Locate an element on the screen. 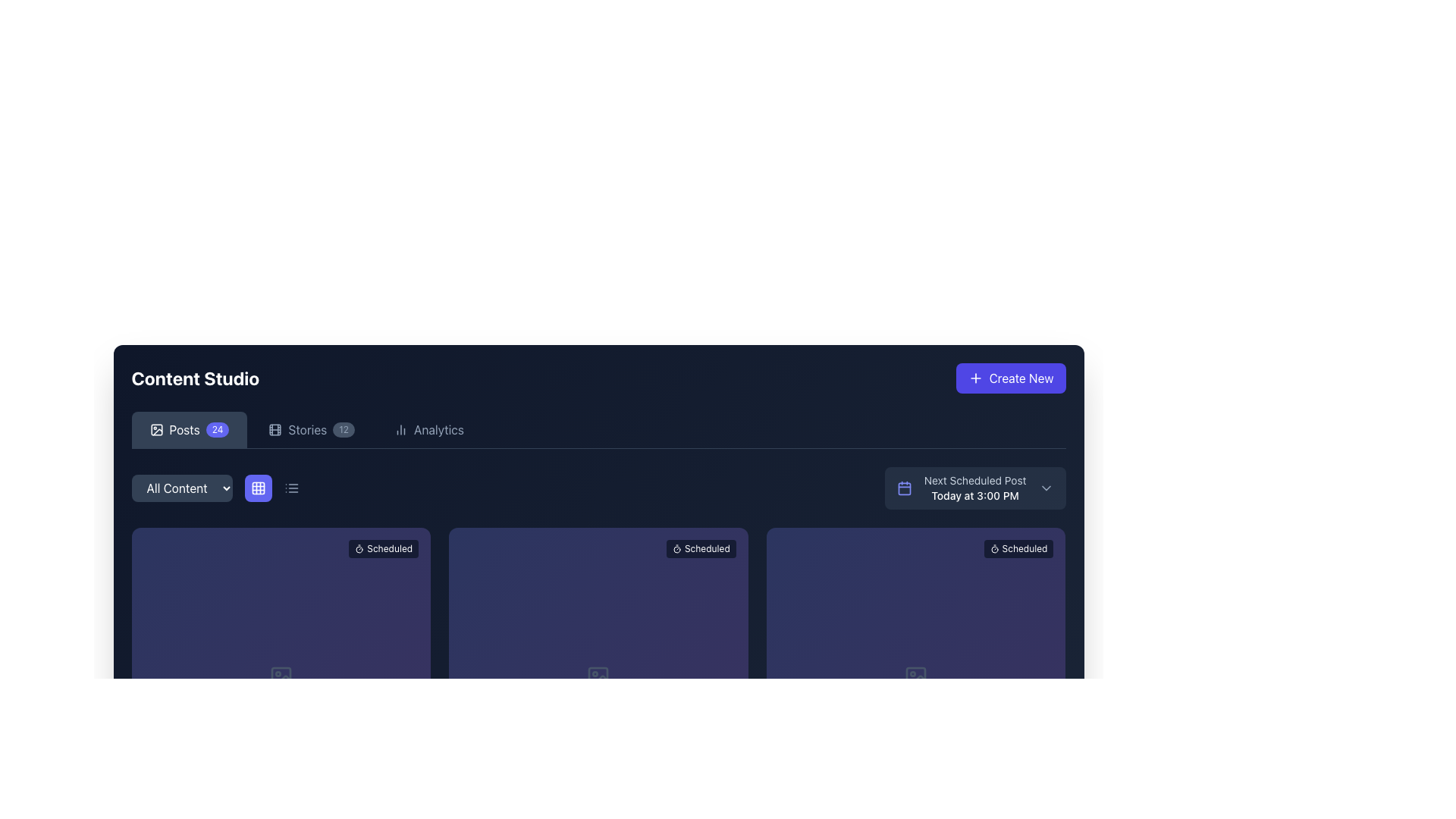 This screenshot has width=1456, height=819. the top-left square of the grid layout option in the header area, which allows toggling the view for content in grid format is located at coordinates (258, 488).